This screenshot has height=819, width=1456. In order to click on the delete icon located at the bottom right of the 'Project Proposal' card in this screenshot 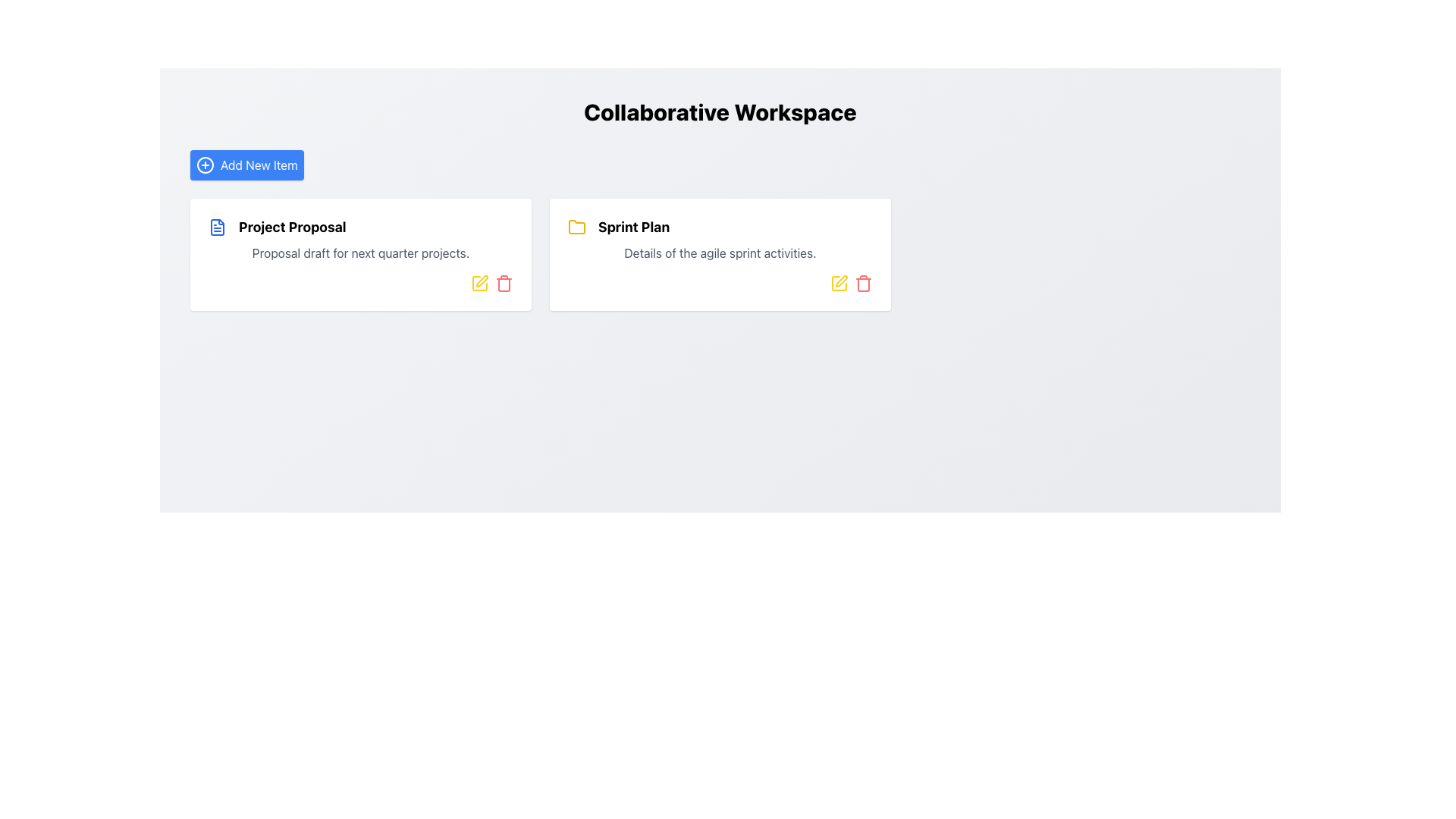, I will do `click(504, 284)`.